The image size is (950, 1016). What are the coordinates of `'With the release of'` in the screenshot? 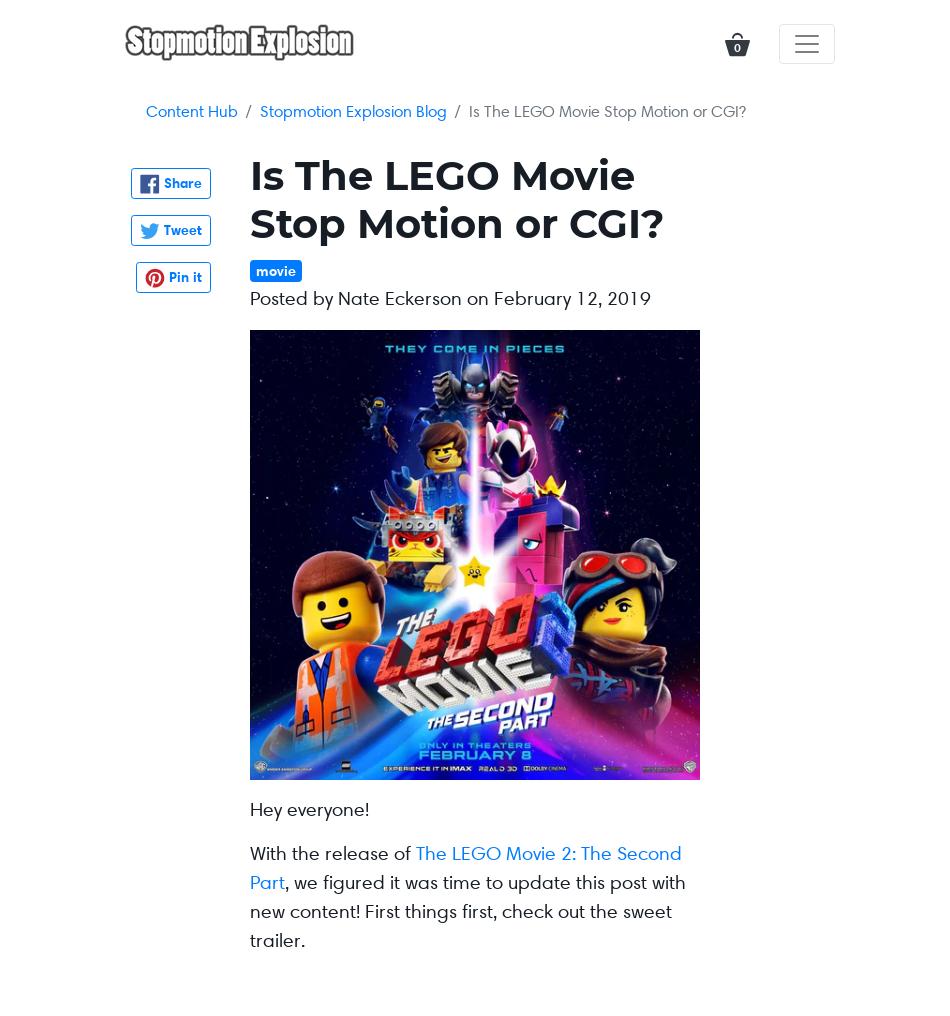 It's located at (331, 853).